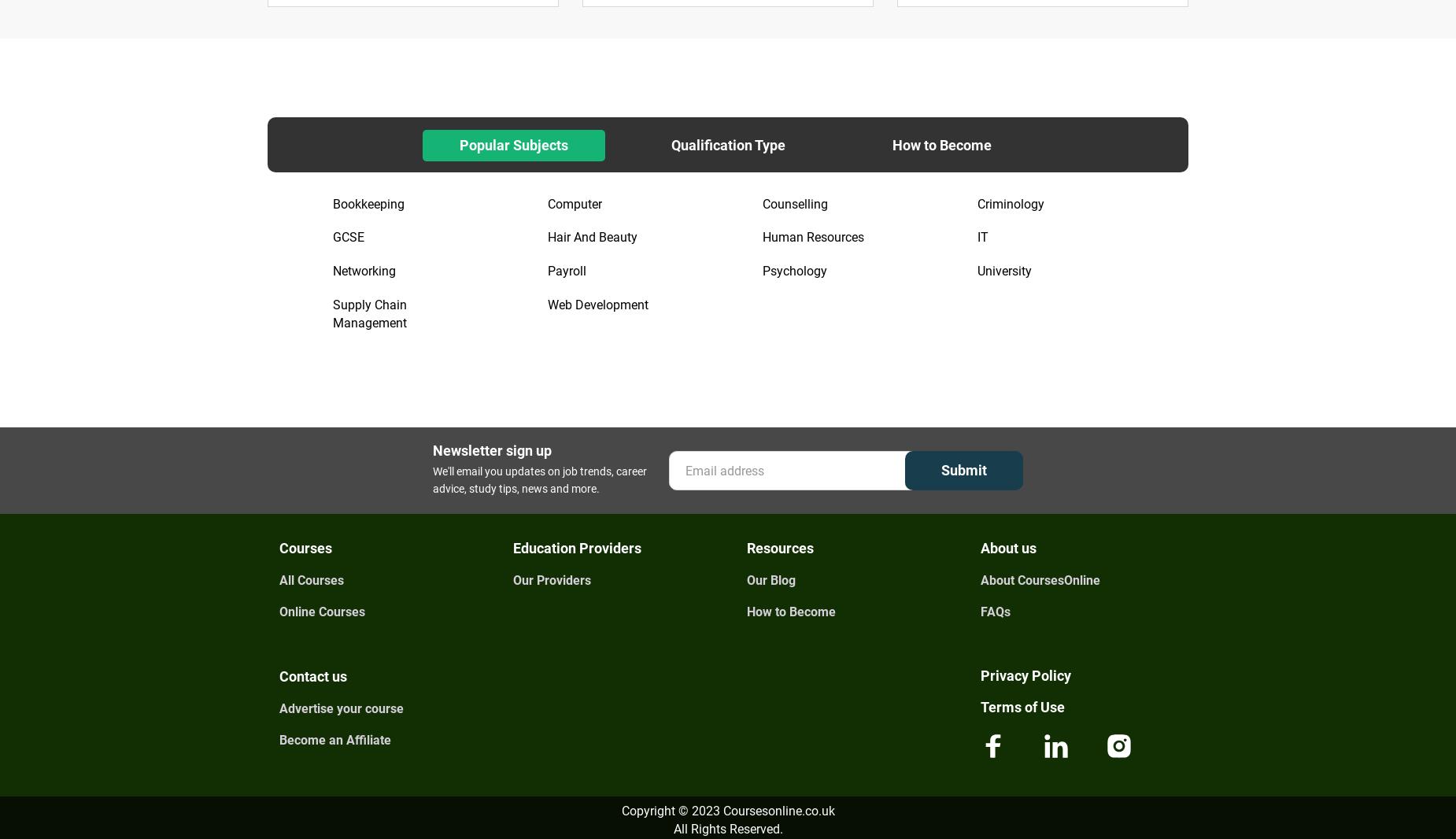 This screenshot has width=1456, height=839. I want to click on 'Resources', so click(779, 547).